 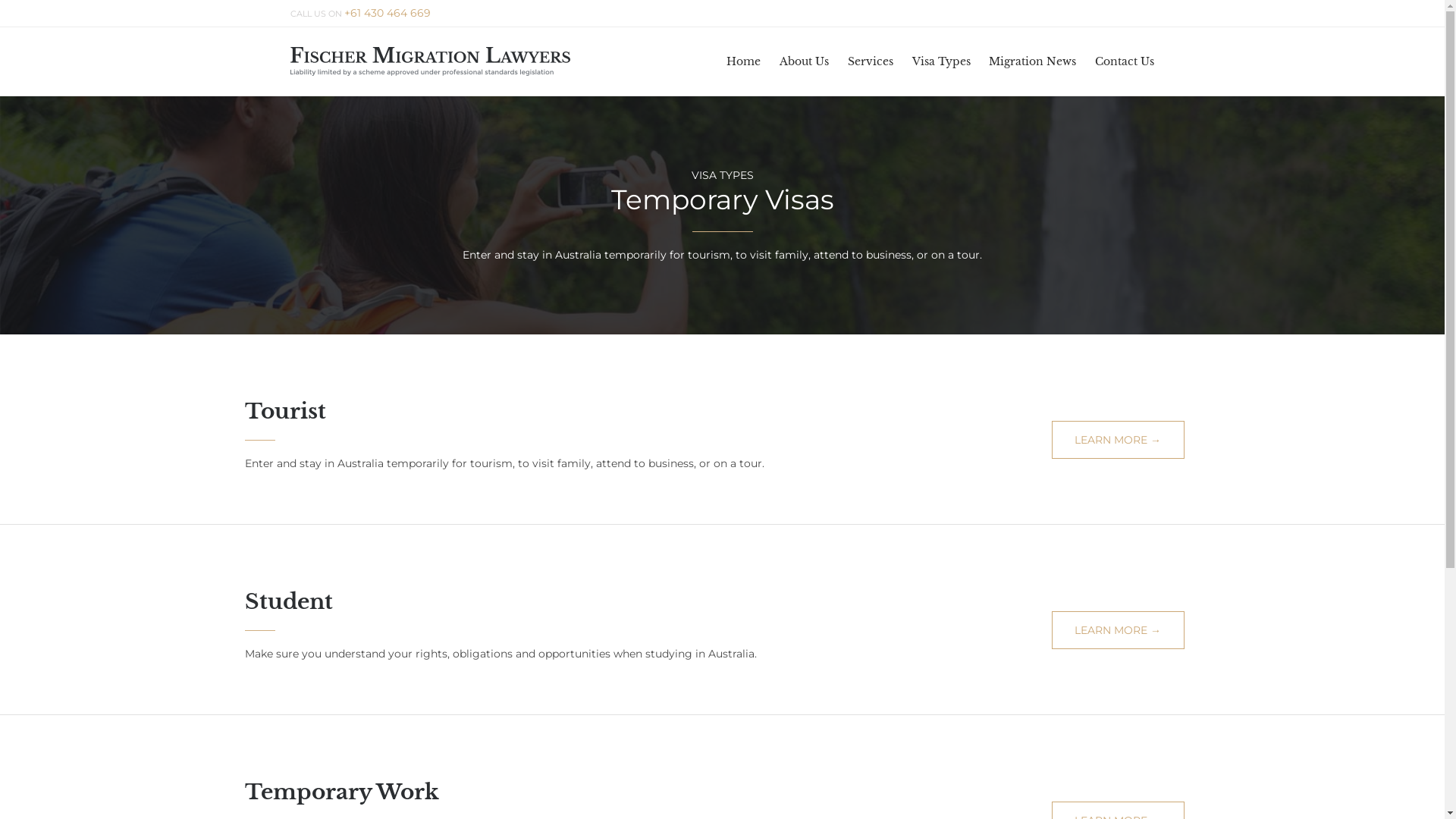 I want to click on 'Contact Us', so click(x=1125, y=61).